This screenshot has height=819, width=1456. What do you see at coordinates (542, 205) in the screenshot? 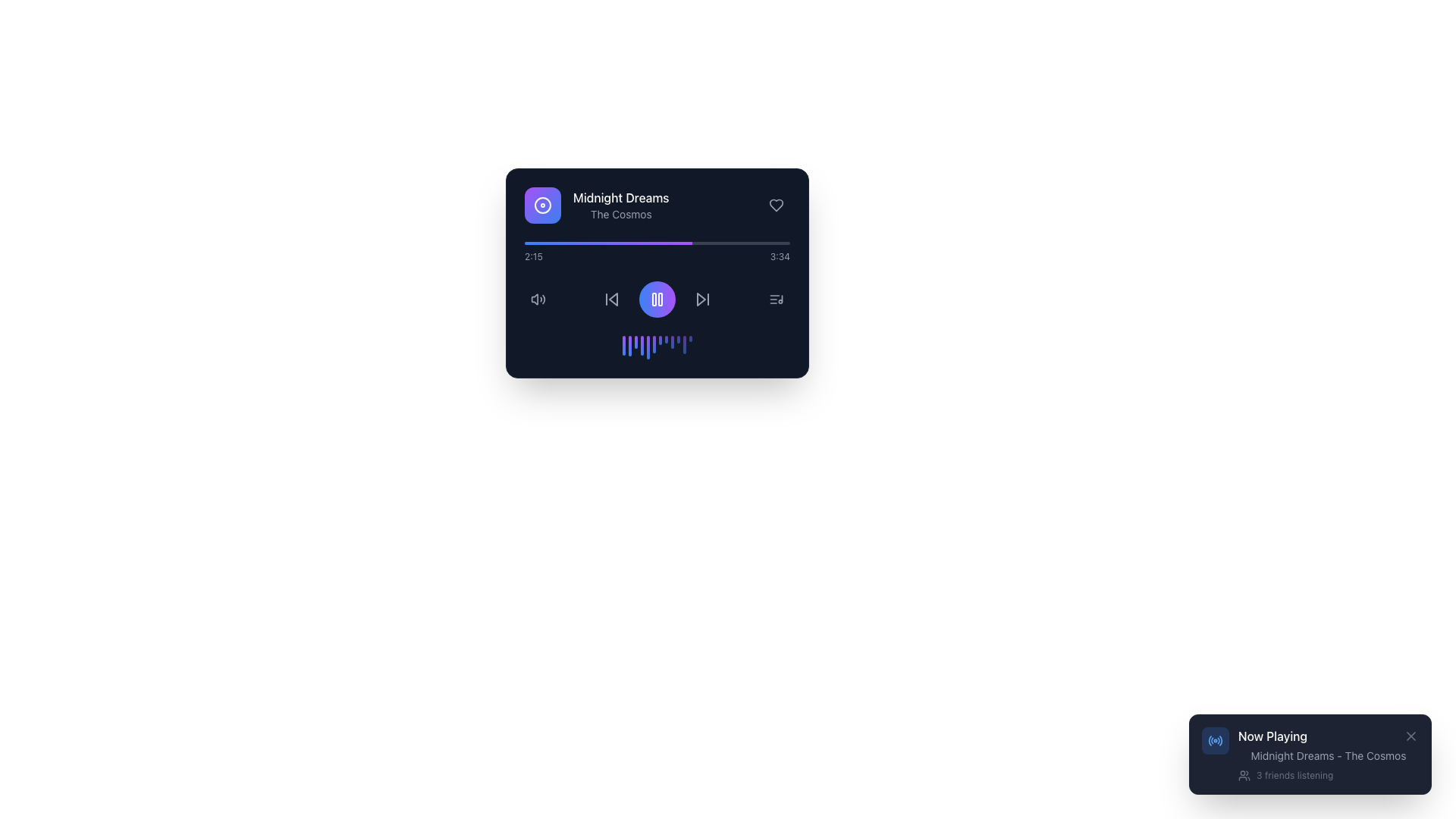
I see `the Loading spinner icon, which is centered inside a square card with a gradient purple-to-blue background located in the upper left section of the audio player component` at bounding box center [542, 205].